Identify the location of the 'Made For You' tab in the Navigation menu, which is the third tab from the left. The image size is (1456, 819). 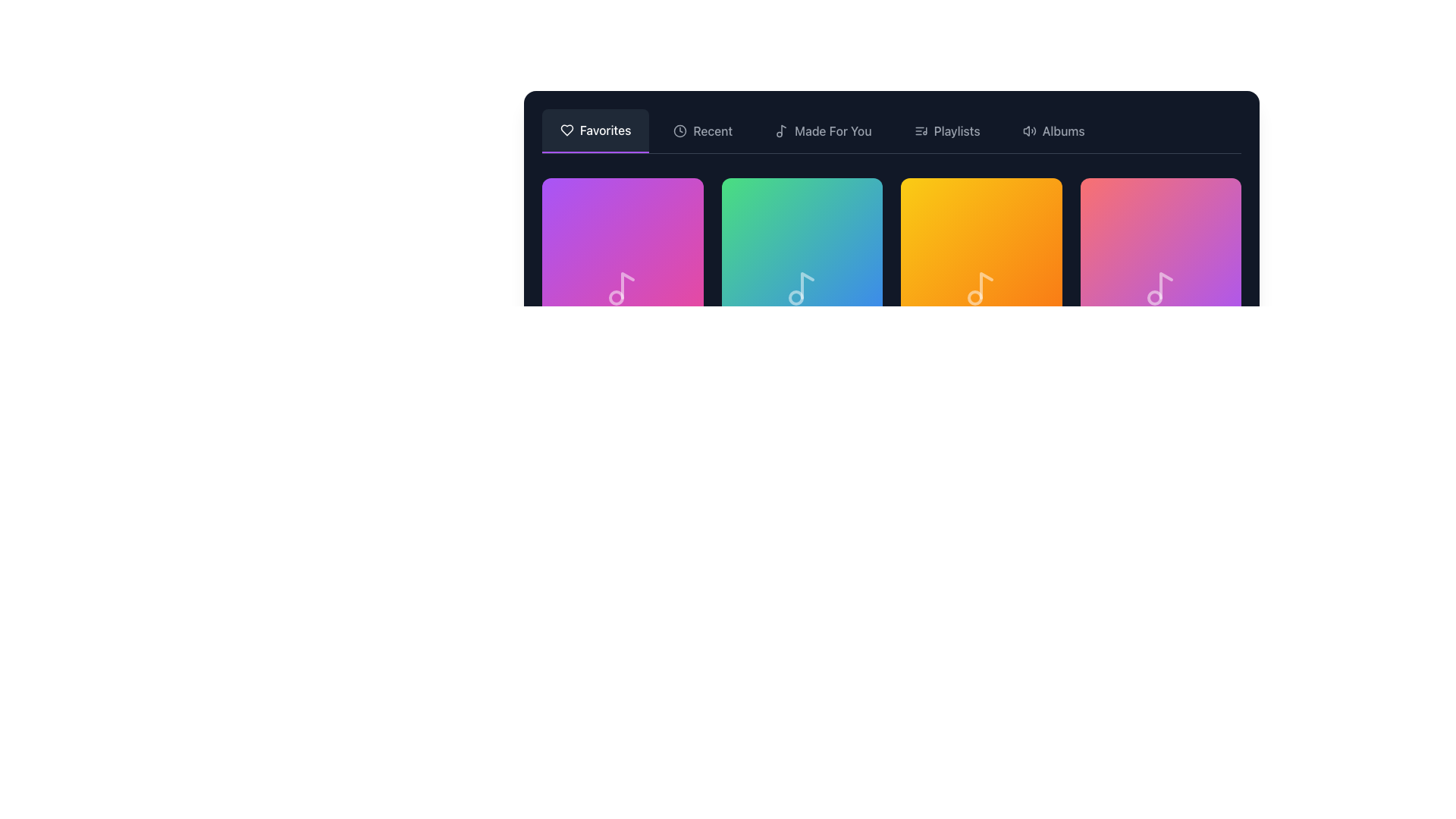
(822, 130).